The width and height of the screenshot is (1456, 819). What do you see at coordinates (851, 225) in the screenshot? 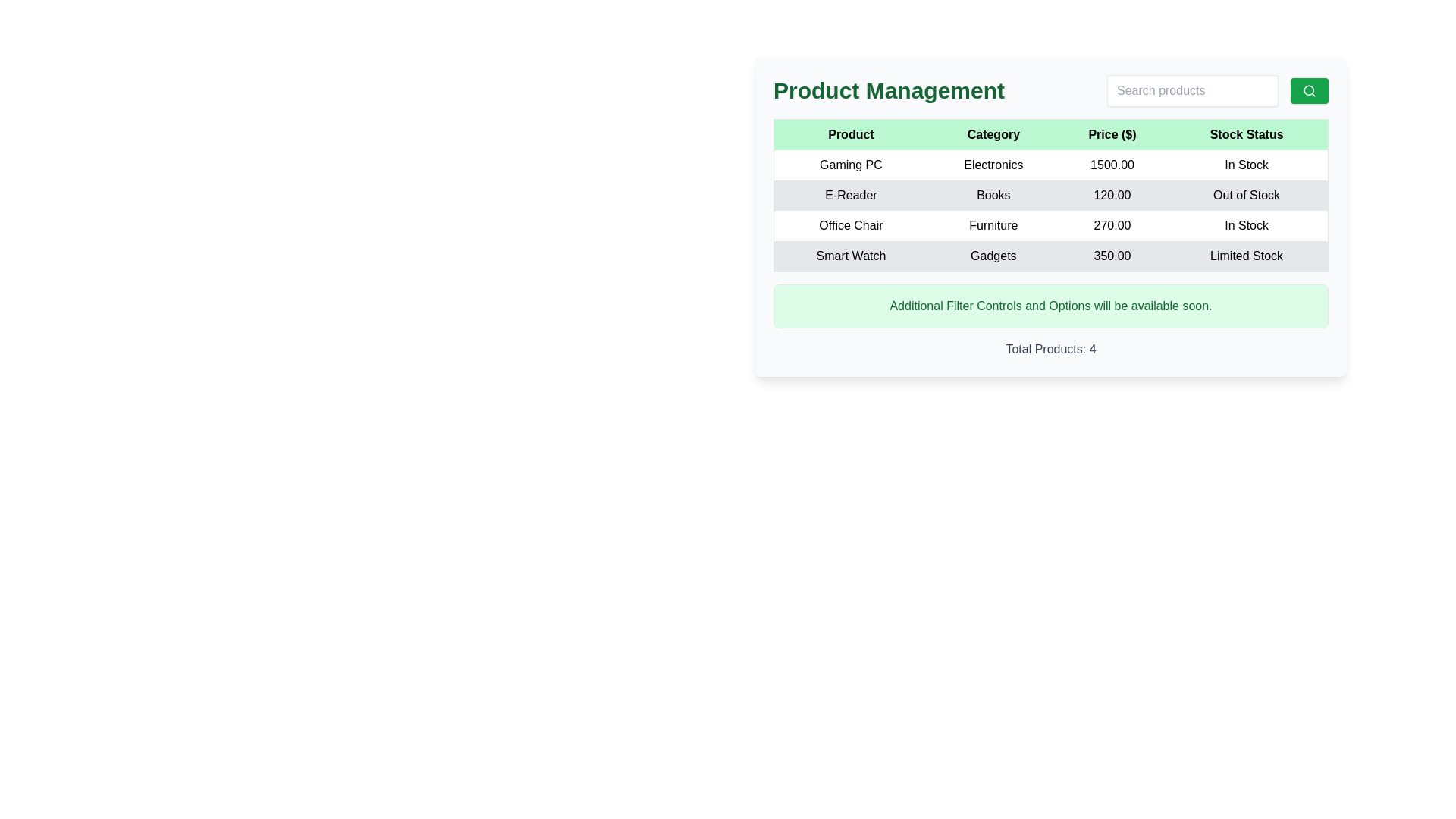
I see `the text label displaying 'Office Chair' in the first column of the product listing table, located in the third row` at bounding box center [851, 225].